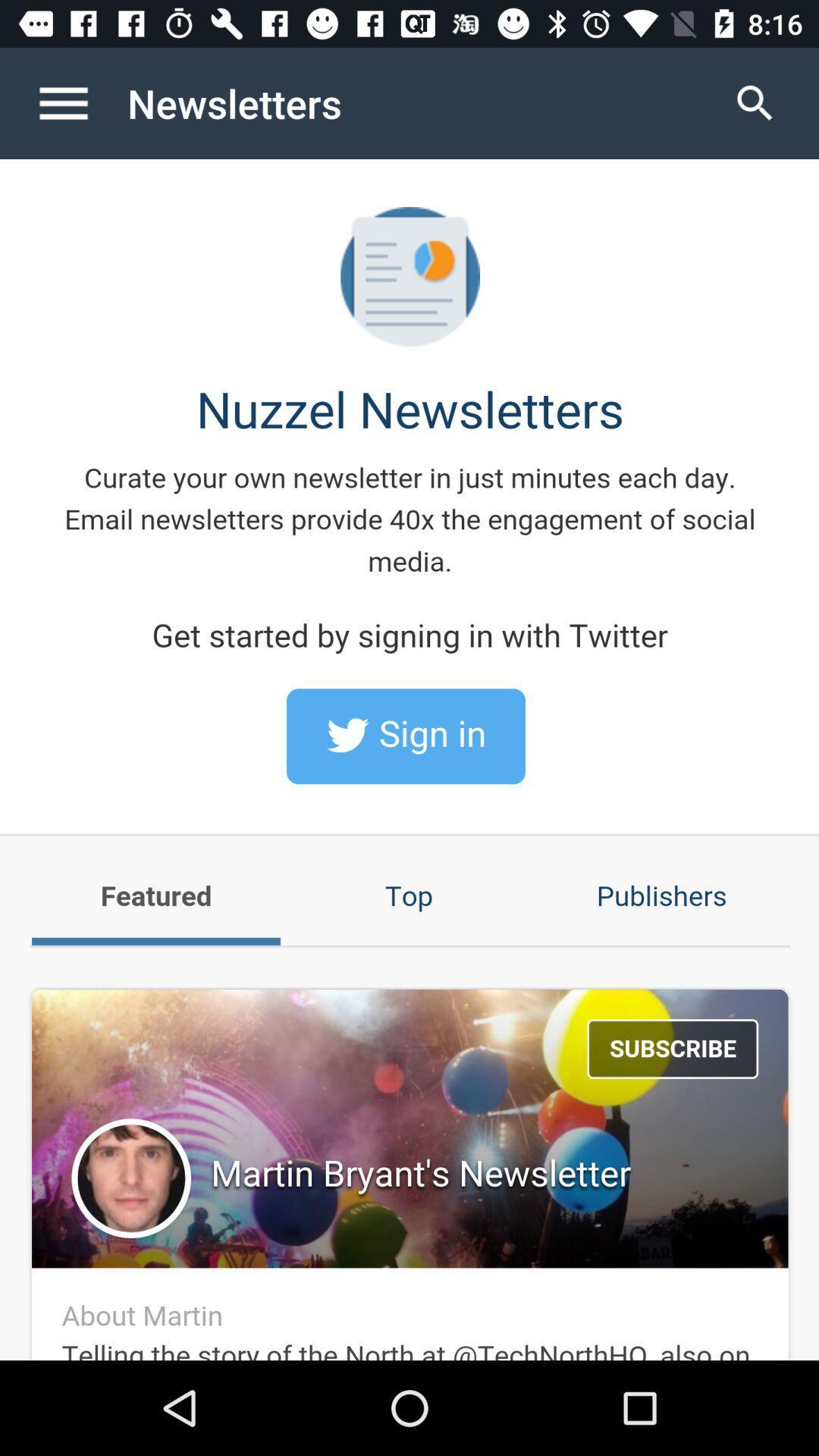  What do you see at coordinates (79, 102) in the screenshot?
I see `menu` at bounding box center [79, 102].